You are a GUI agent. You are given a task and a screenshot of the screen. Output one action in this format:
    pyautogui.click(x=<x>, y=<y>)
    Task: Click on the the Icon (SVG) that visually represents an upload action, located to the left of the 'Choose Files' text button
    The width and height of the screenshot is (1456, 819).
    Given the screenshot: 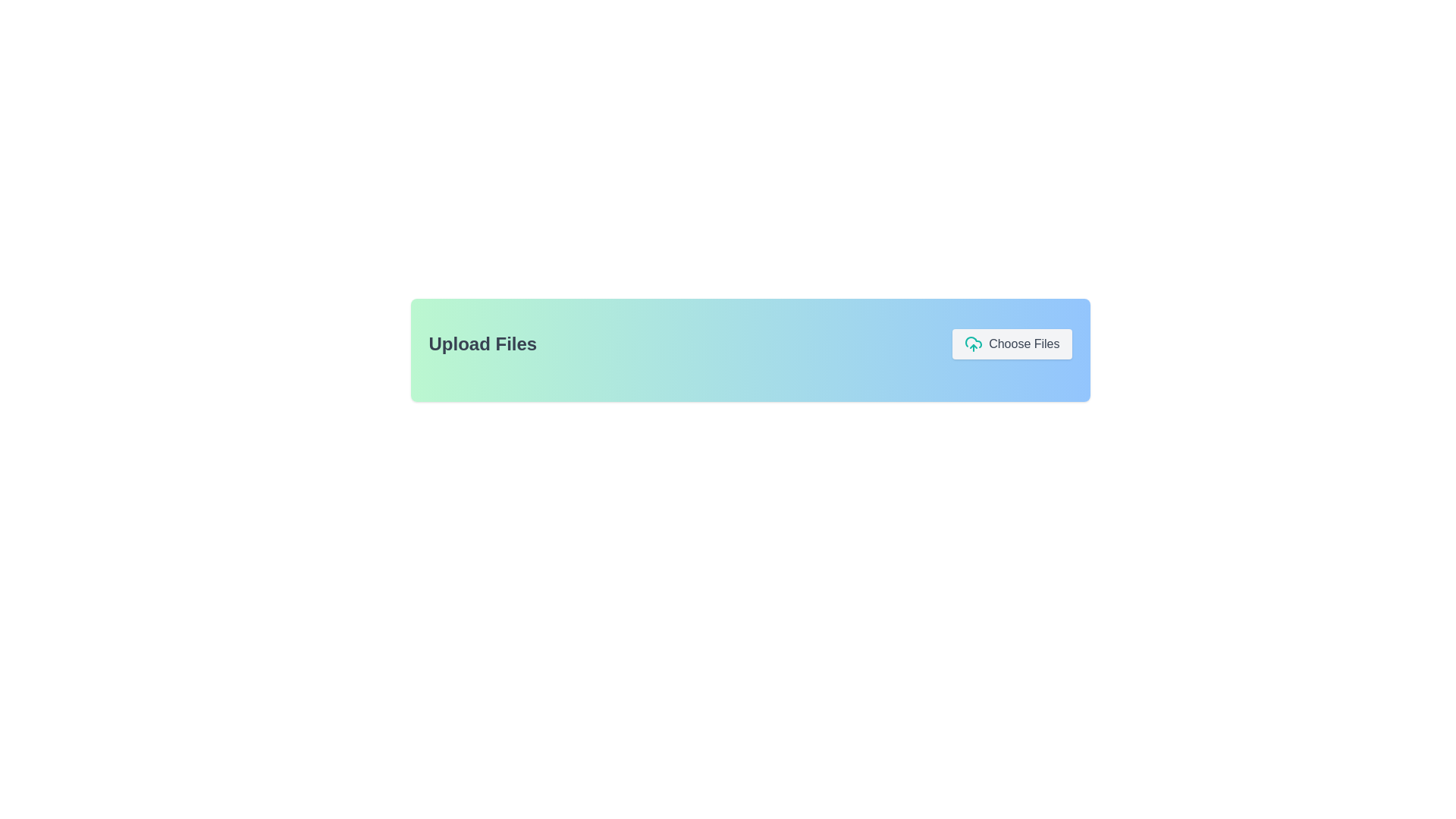 What is the action you would take?
    pyautogui.click(x=974, y=344)
    